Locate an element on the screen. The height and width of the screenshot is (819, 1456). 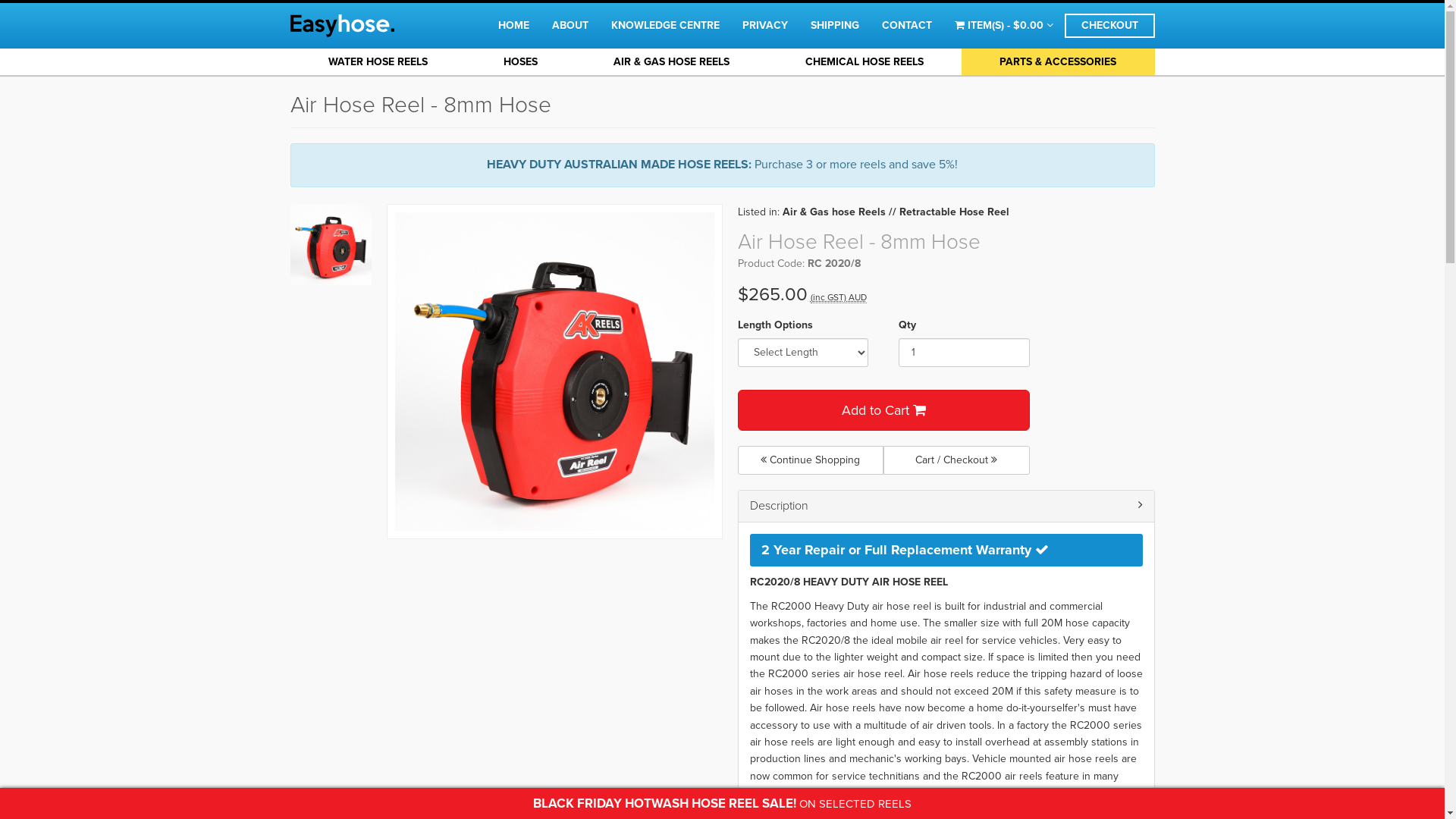
'CHECKOUT' is located at coordinates (1109, 26).